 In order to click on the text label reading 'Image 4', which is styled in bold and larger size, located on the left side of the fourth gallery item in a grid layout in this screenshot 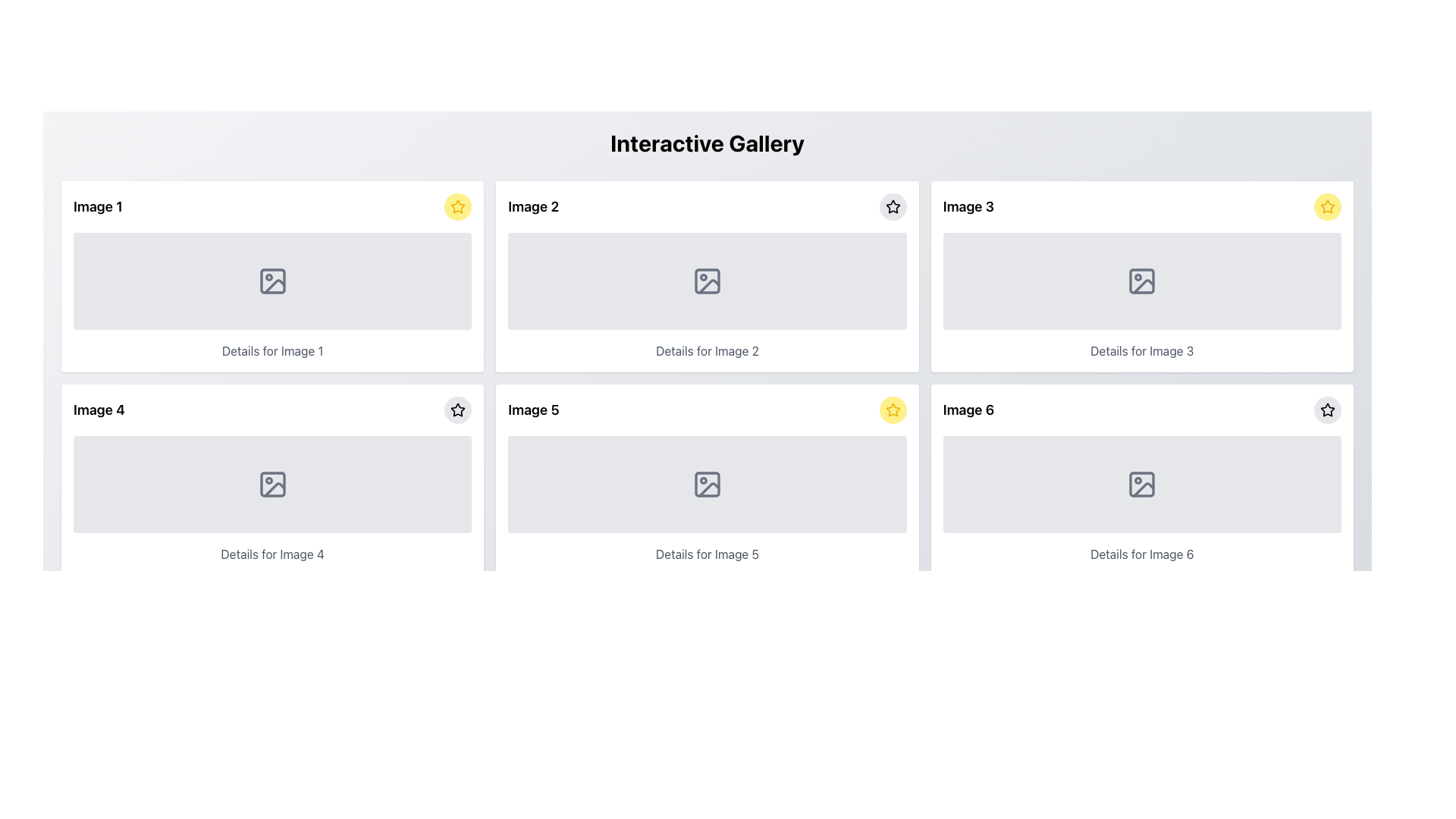, I will do `click(98, 409)`.